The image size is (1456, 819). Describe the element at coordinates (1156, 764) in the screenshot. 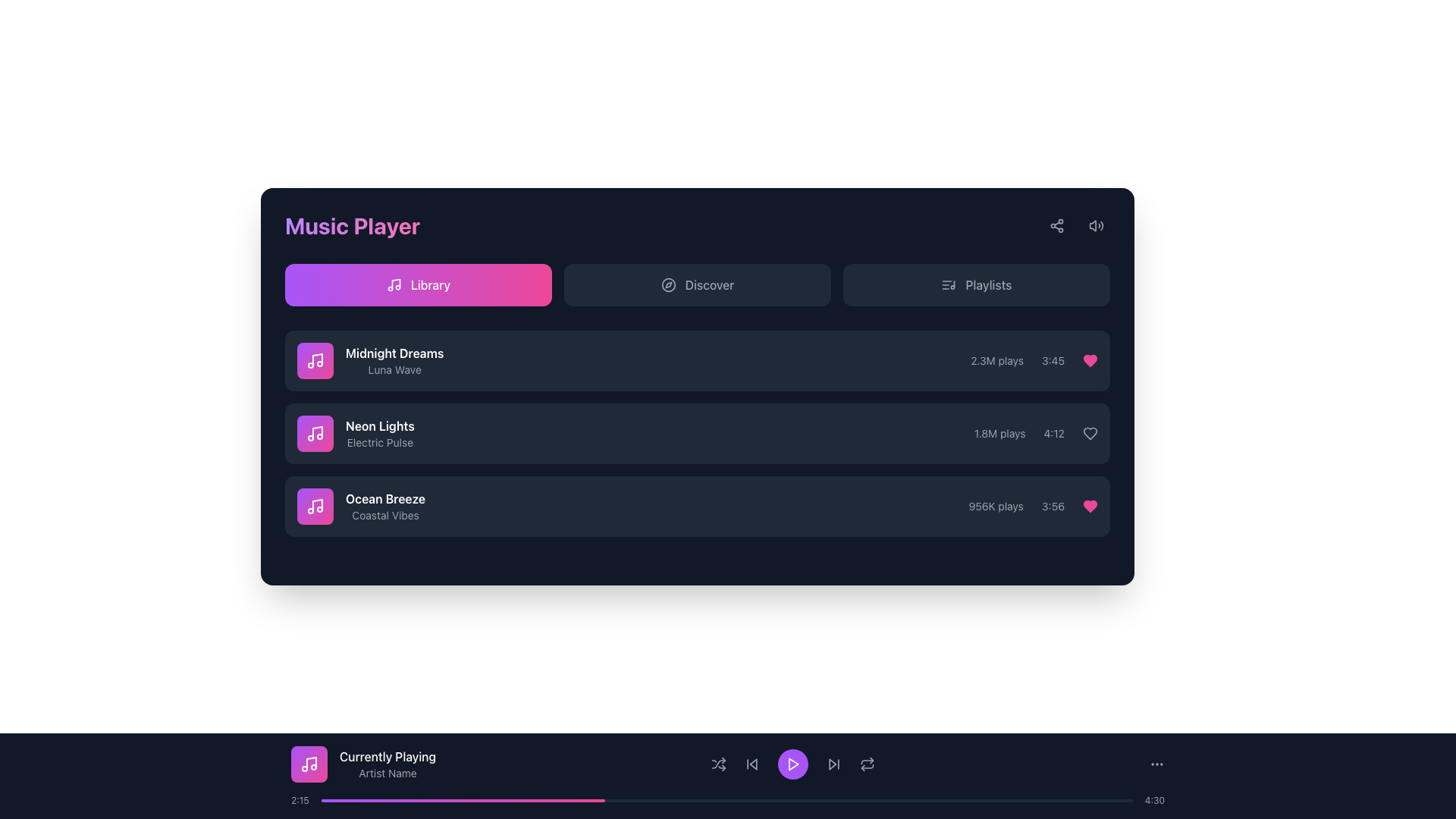

I see `the options menu icon button (three-dots icon) located in the bottom-right area of the music player interface for keyboard navigation` at that location.